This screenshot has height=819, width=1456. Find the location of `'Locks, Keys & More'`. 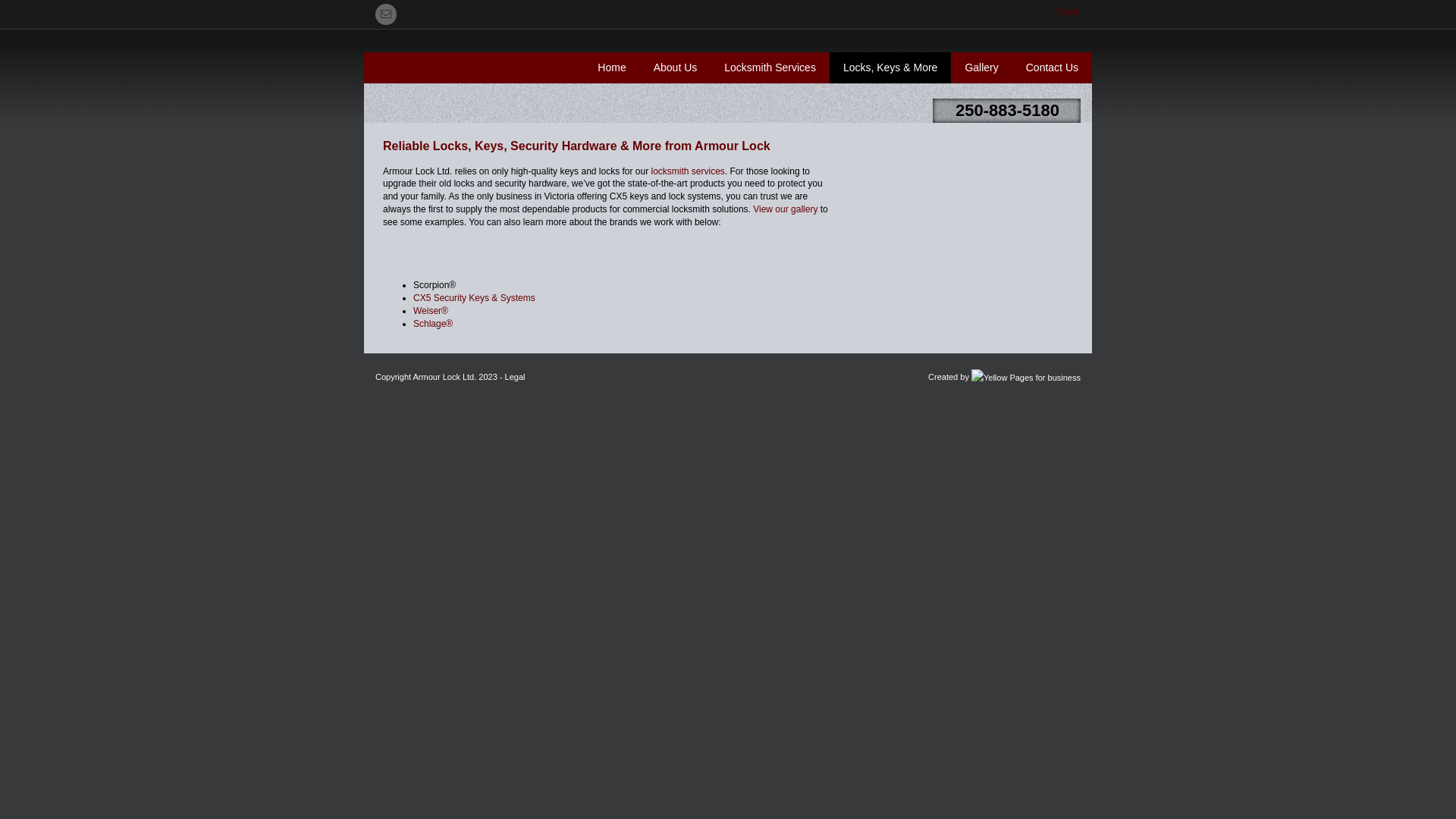

'Locks, Keys & More' is located at coordinates (890, 67).